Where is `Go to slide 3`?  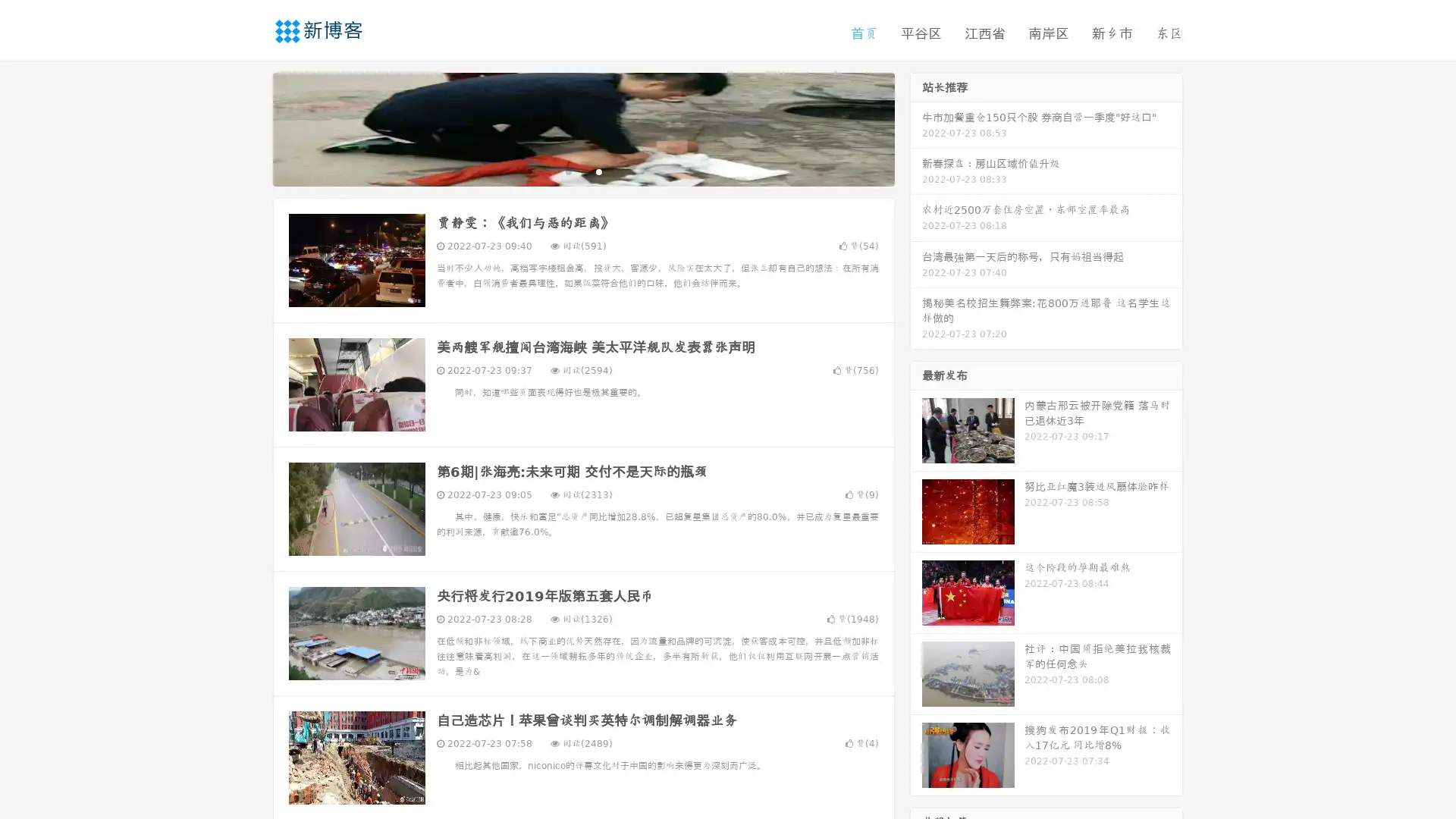
Go to slide 3 is located at coordinates (598, 171).